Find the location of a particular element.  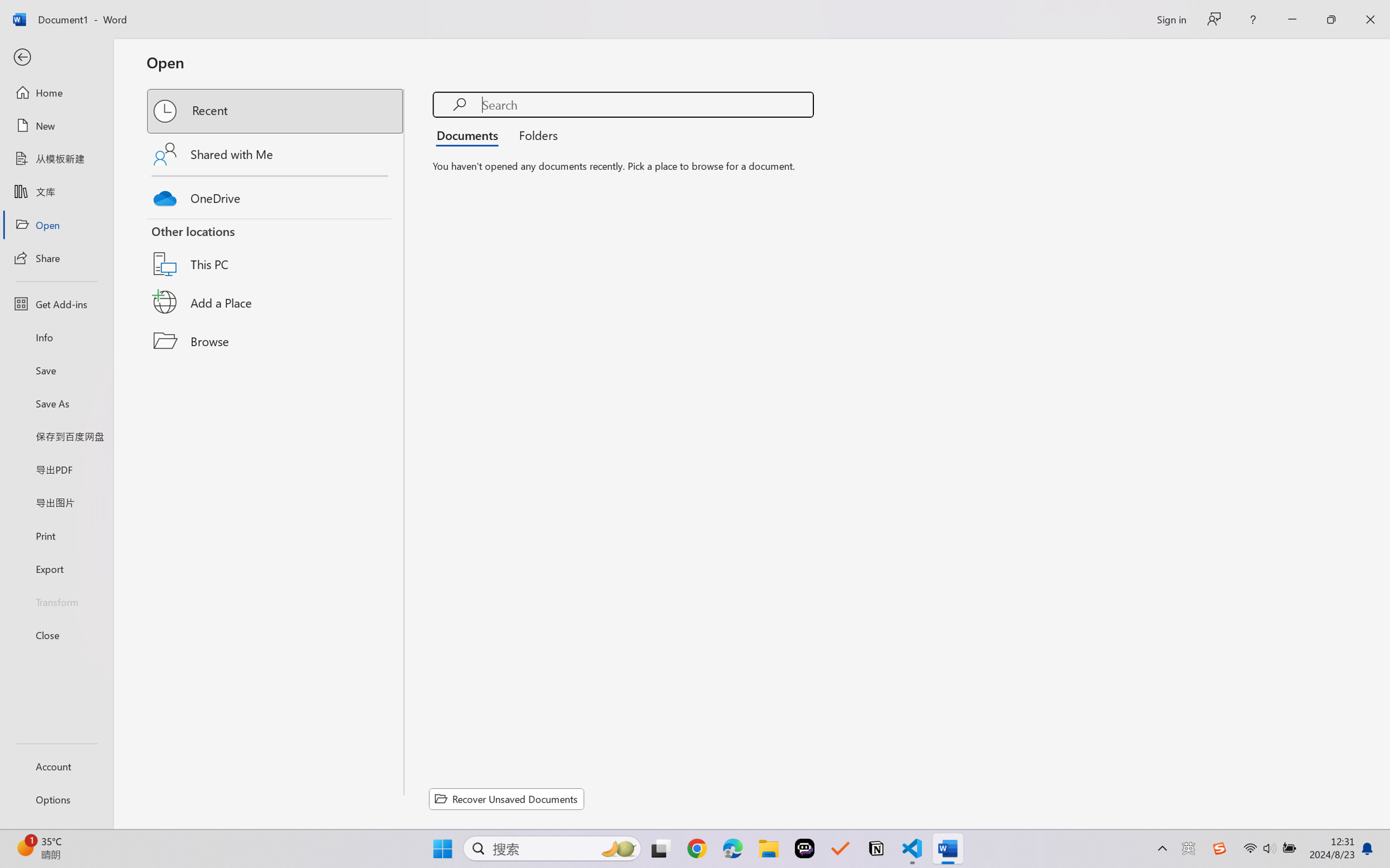

'Account' is located at coordinates (56, 766).